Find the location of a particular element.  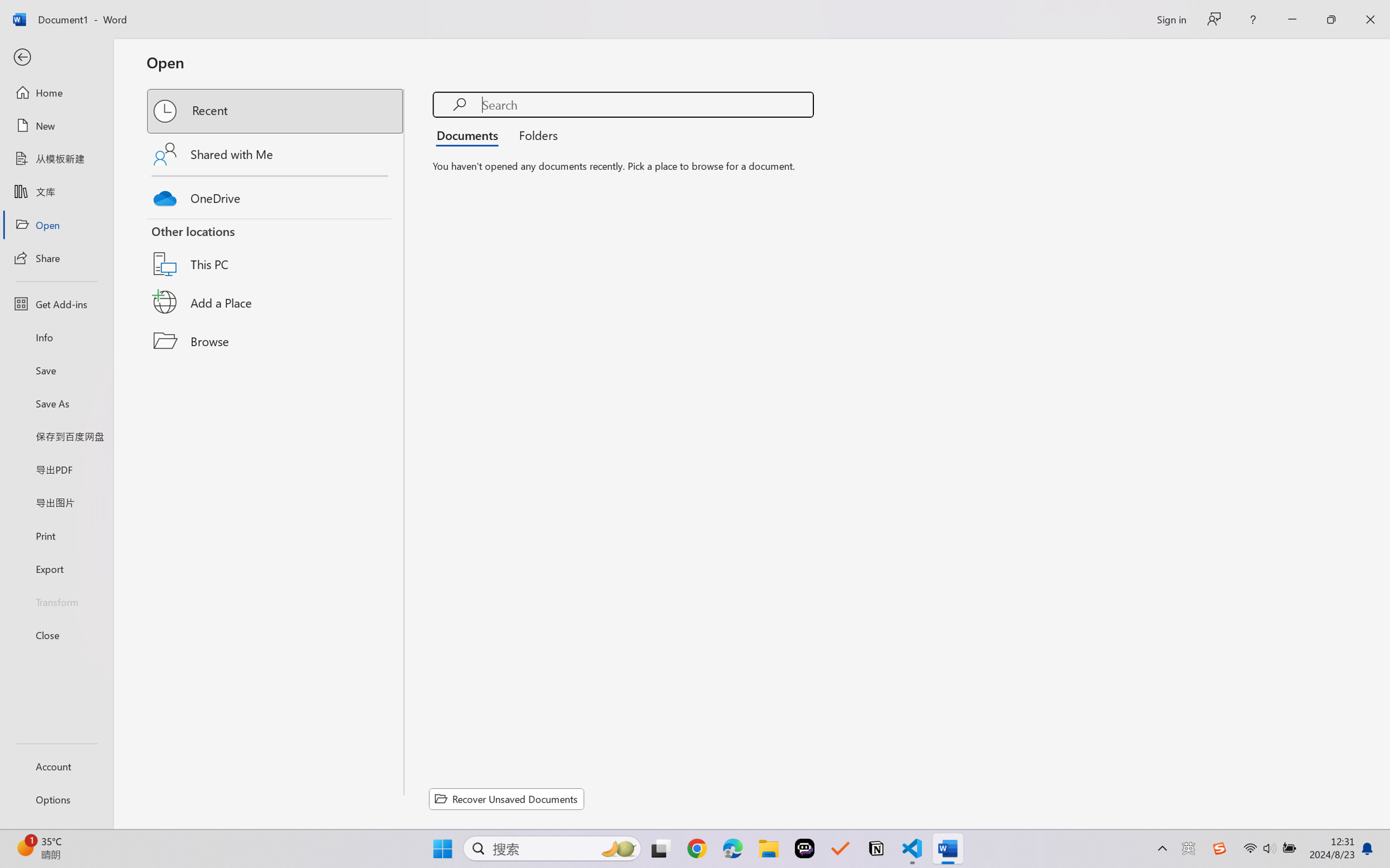

'Account' is located at coordinates (56, 766).